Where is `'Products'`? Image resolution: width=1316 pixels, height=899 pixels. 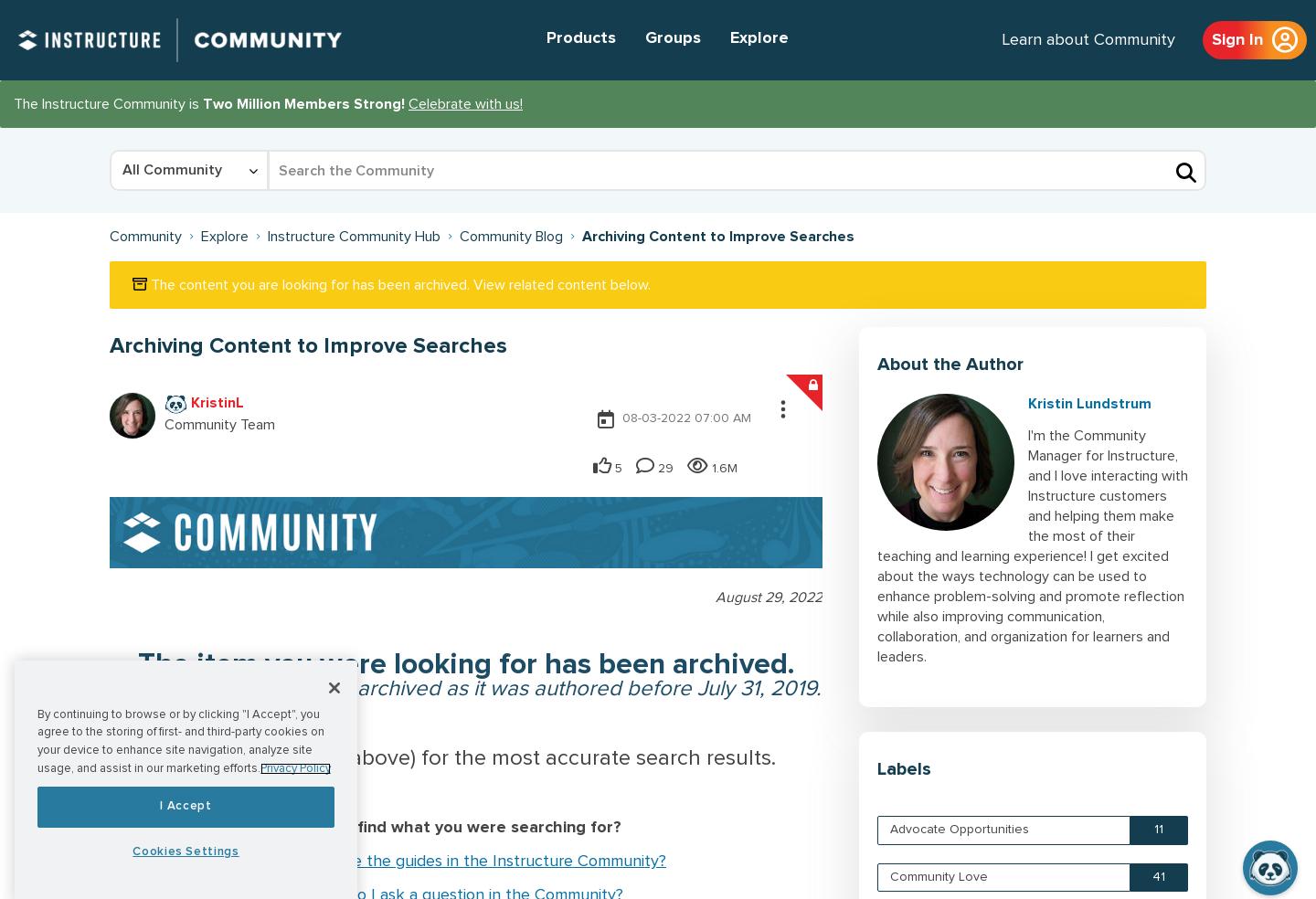
'Products' is located at coordinates (580, 37).